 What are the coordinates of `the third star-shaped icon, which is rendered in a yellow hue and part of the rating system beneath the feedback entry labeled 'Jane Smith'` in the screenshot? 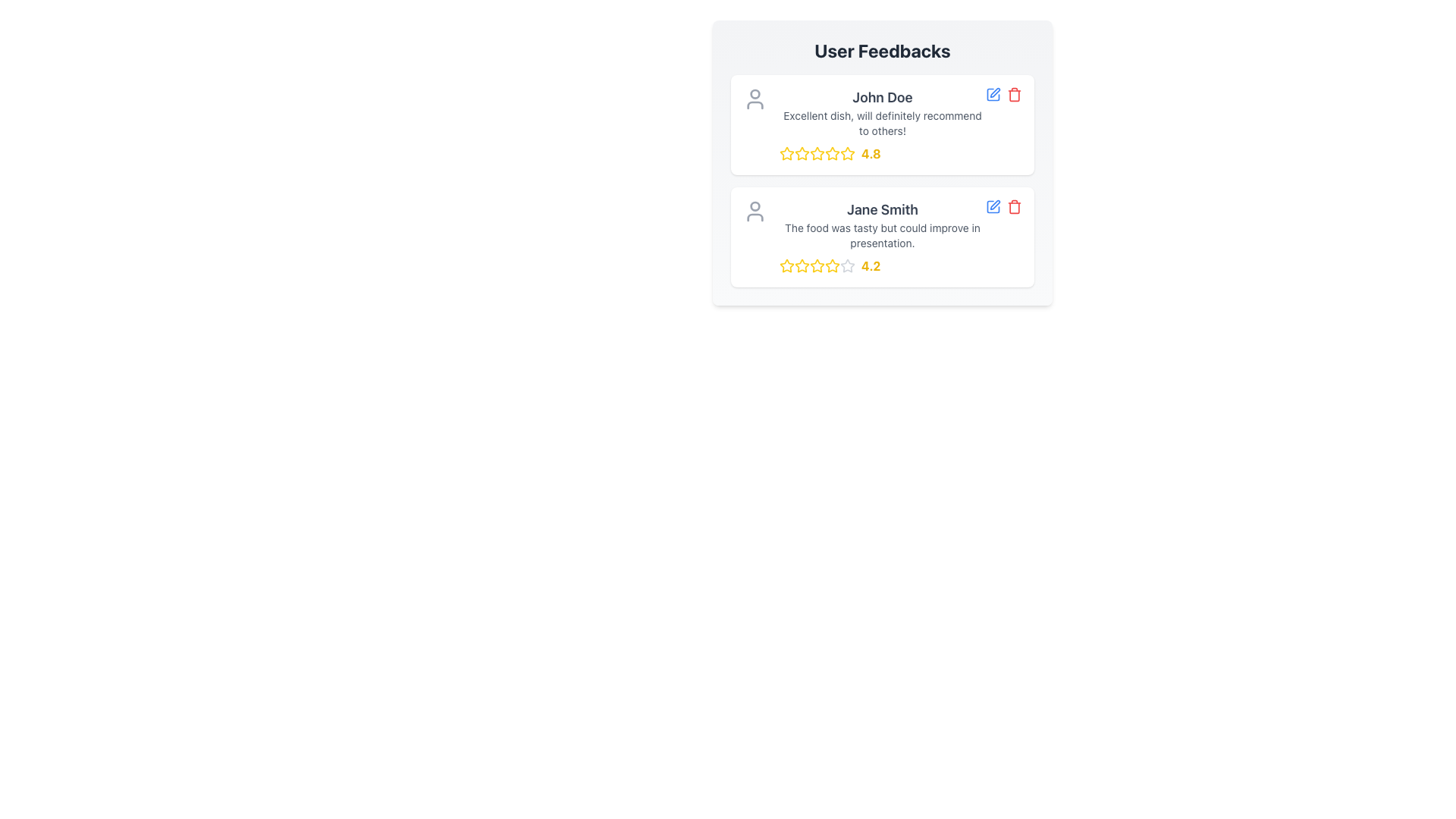 It's located at (801, 265).